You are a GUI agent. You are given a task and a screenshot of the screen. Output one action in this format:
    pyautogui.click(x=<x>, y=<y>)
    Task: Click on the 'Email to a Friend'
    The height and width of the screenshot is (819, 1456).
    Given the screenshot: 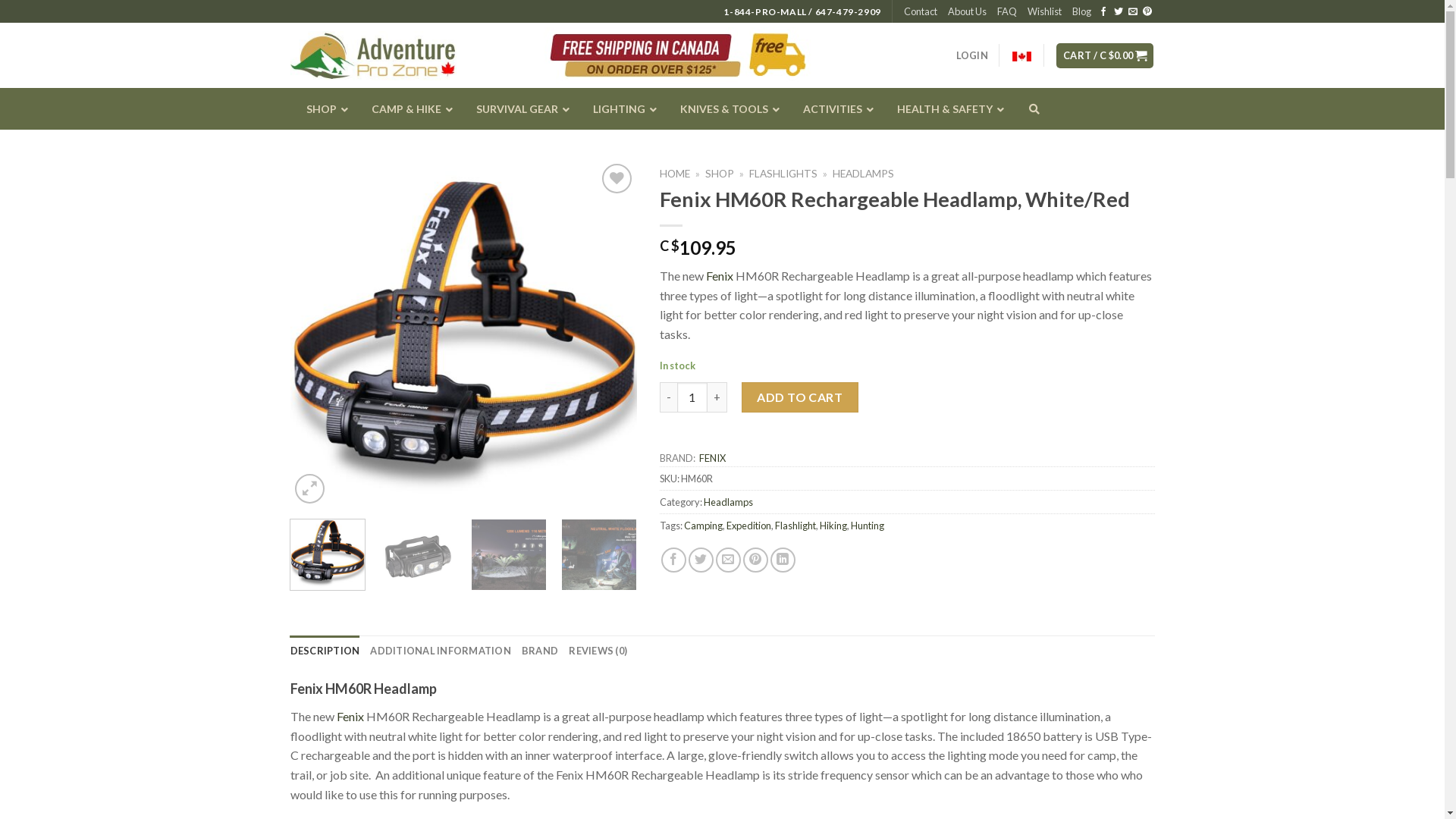 What is the action you would take?
    pyautogui.click(x=728, y=560)
    